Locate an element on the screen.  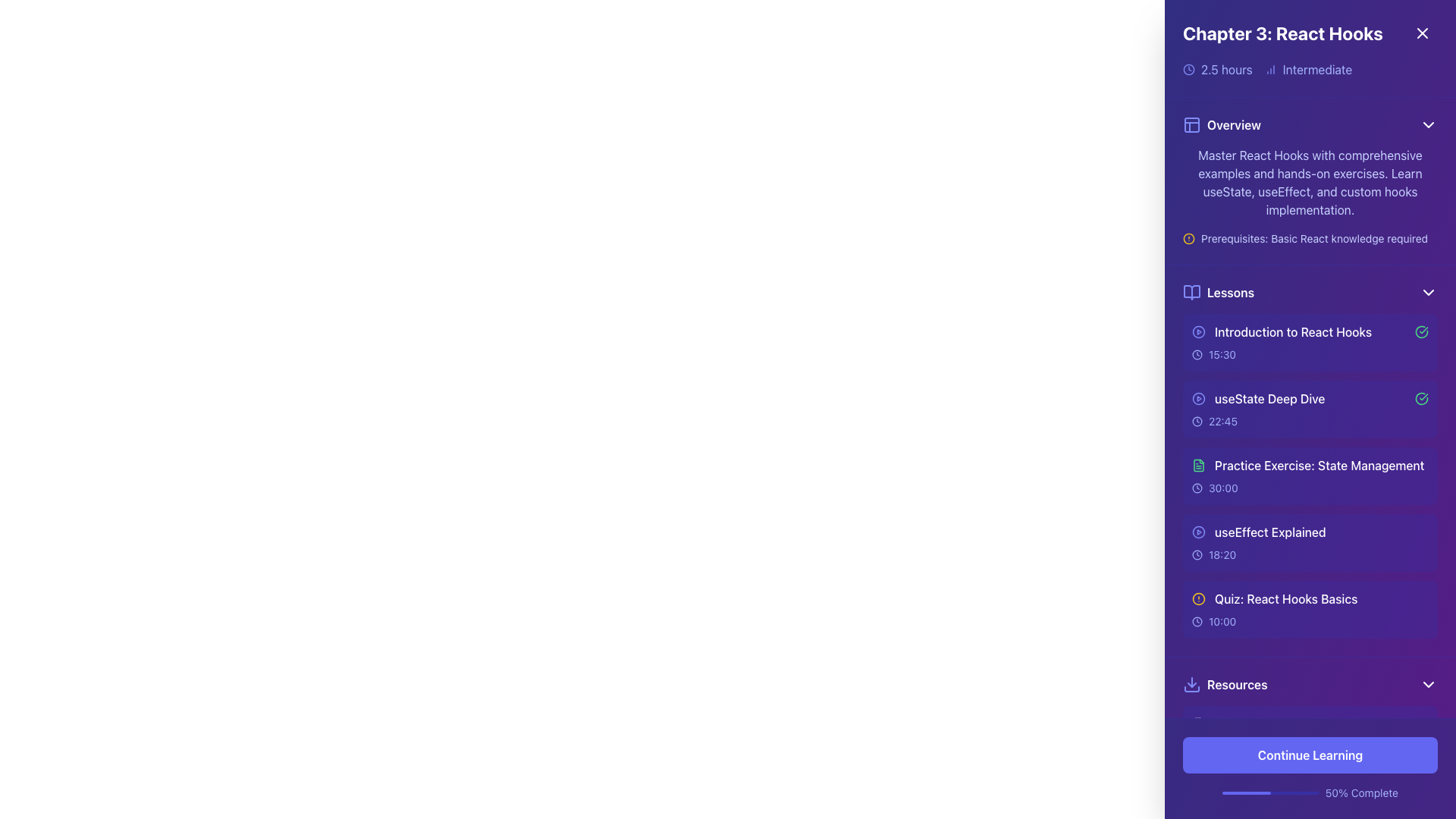
text content of the header-like text element displaying 'Quiz: React Hooks Basics', which is styled in bold and has a yellow exclamation icon before it, located within a list of lessons is located at coordinates (1310, 598).